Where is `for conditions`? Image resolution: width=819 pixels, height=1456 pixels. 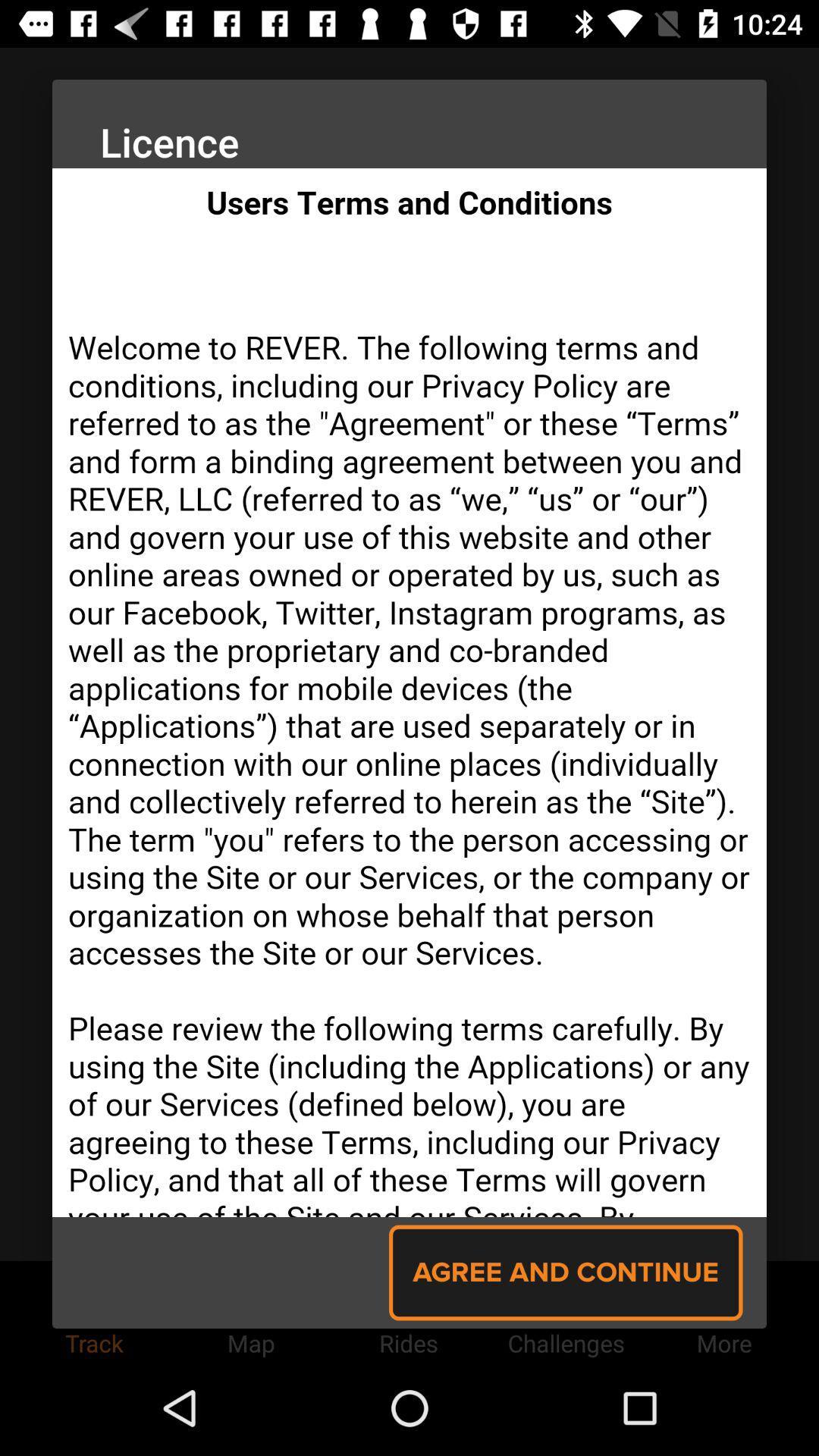
for conditions is located at coordinates (409, 692).